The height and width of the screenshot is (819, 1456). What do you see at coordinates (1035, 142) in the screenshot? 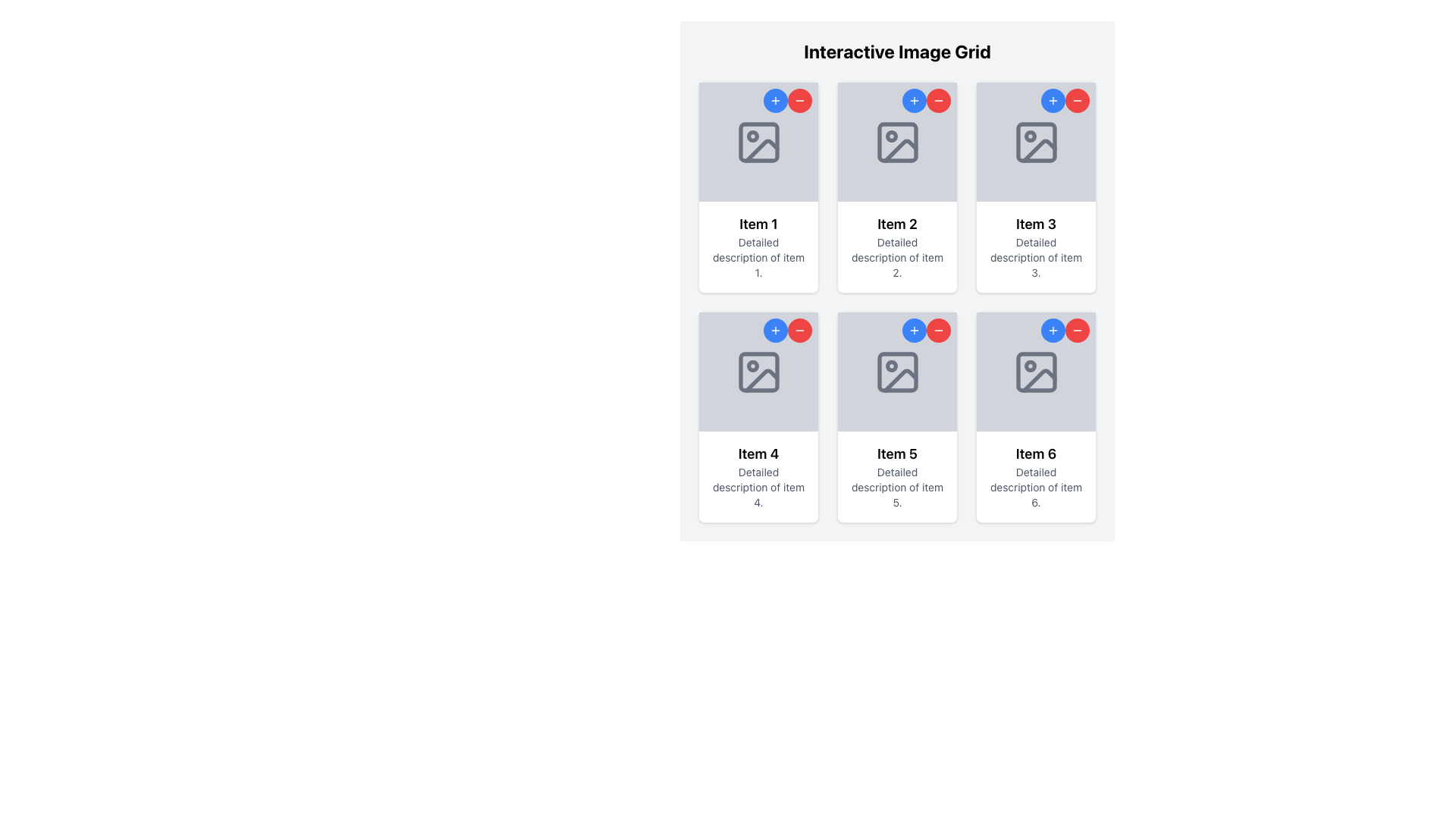
I see `the SVG icon representing an image in the third item box of the upper row in the 'Interactive Image Grid' layout if it is interactive` at bounding box center [1035, 142].